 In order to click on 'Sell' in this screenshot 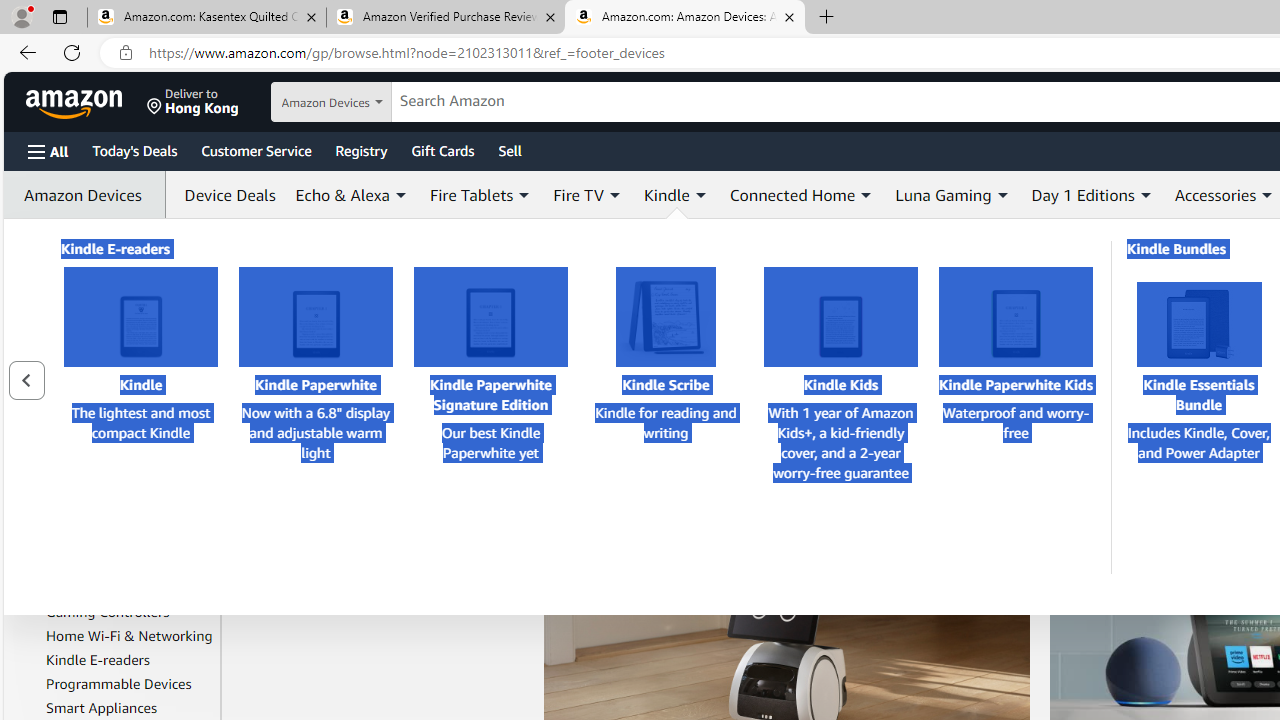, I will do `click(510, 149)`.